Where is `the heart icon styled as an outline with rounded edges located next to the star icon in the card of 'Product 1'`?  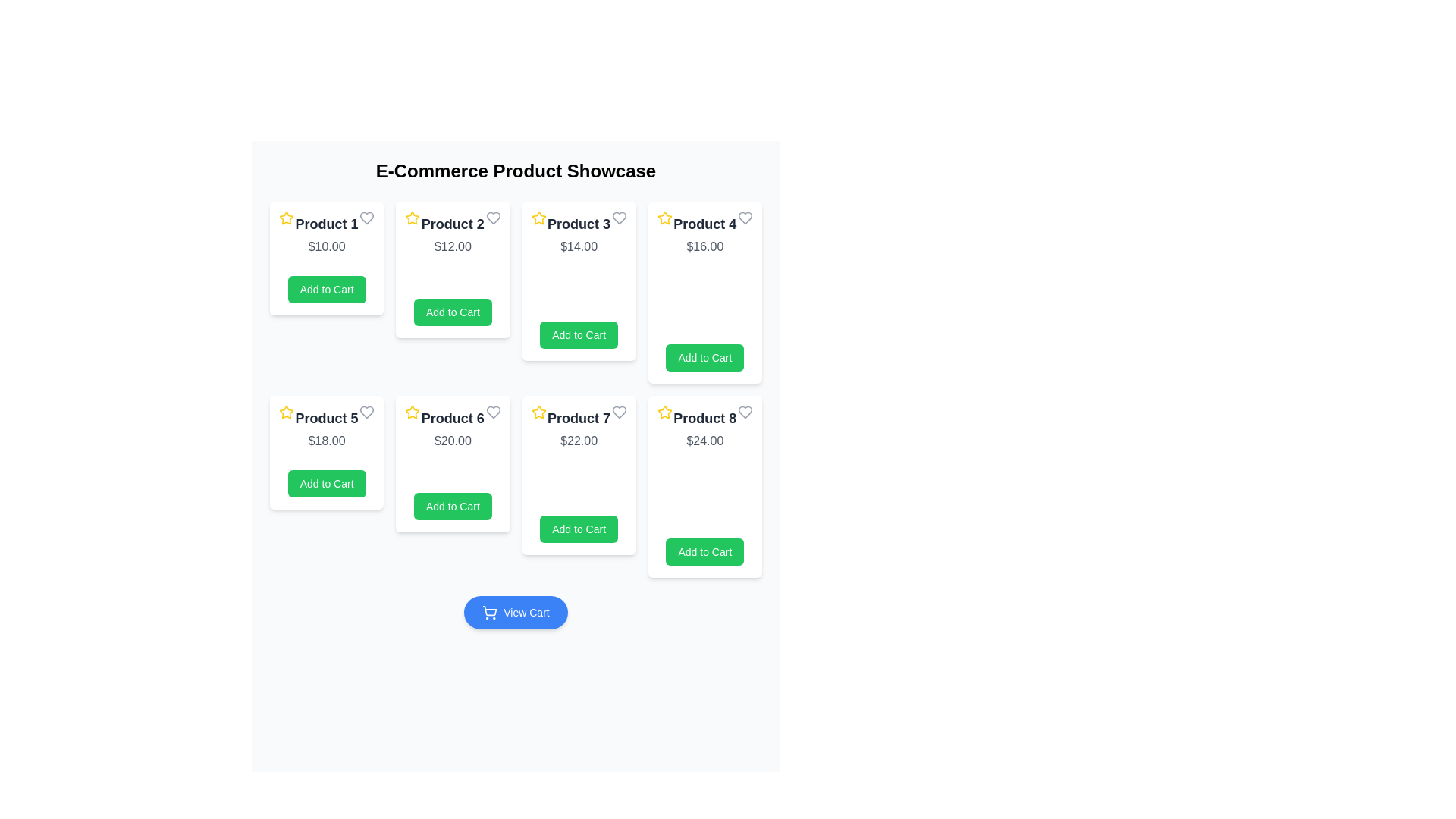
the heart icon styled as an outline with rounded edges located next to the star icon in the card of 'Product 1' is located at coordinates (367, 218).